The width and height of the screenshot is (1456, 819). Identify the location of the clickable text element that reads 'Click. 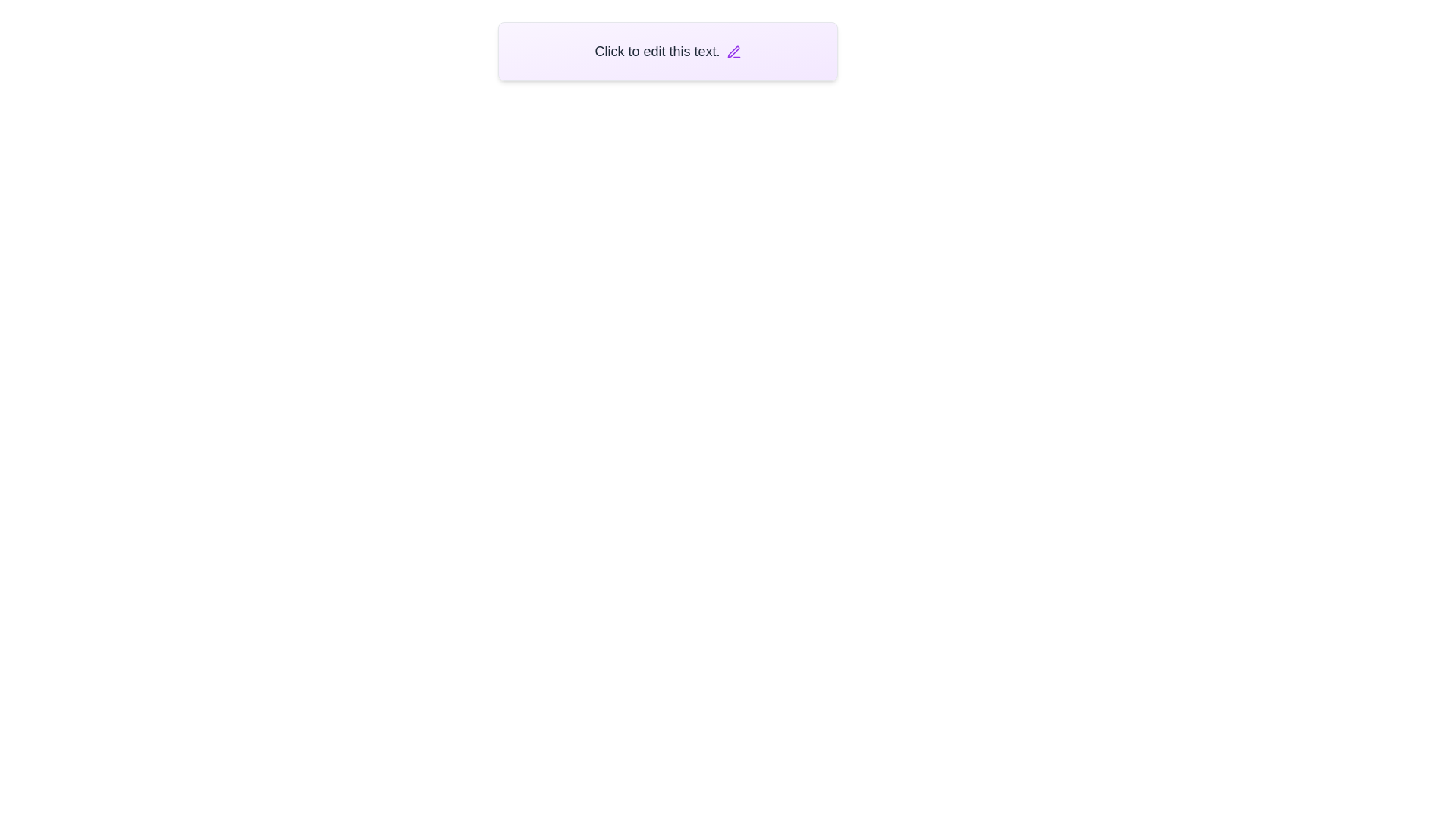
(667, 51).